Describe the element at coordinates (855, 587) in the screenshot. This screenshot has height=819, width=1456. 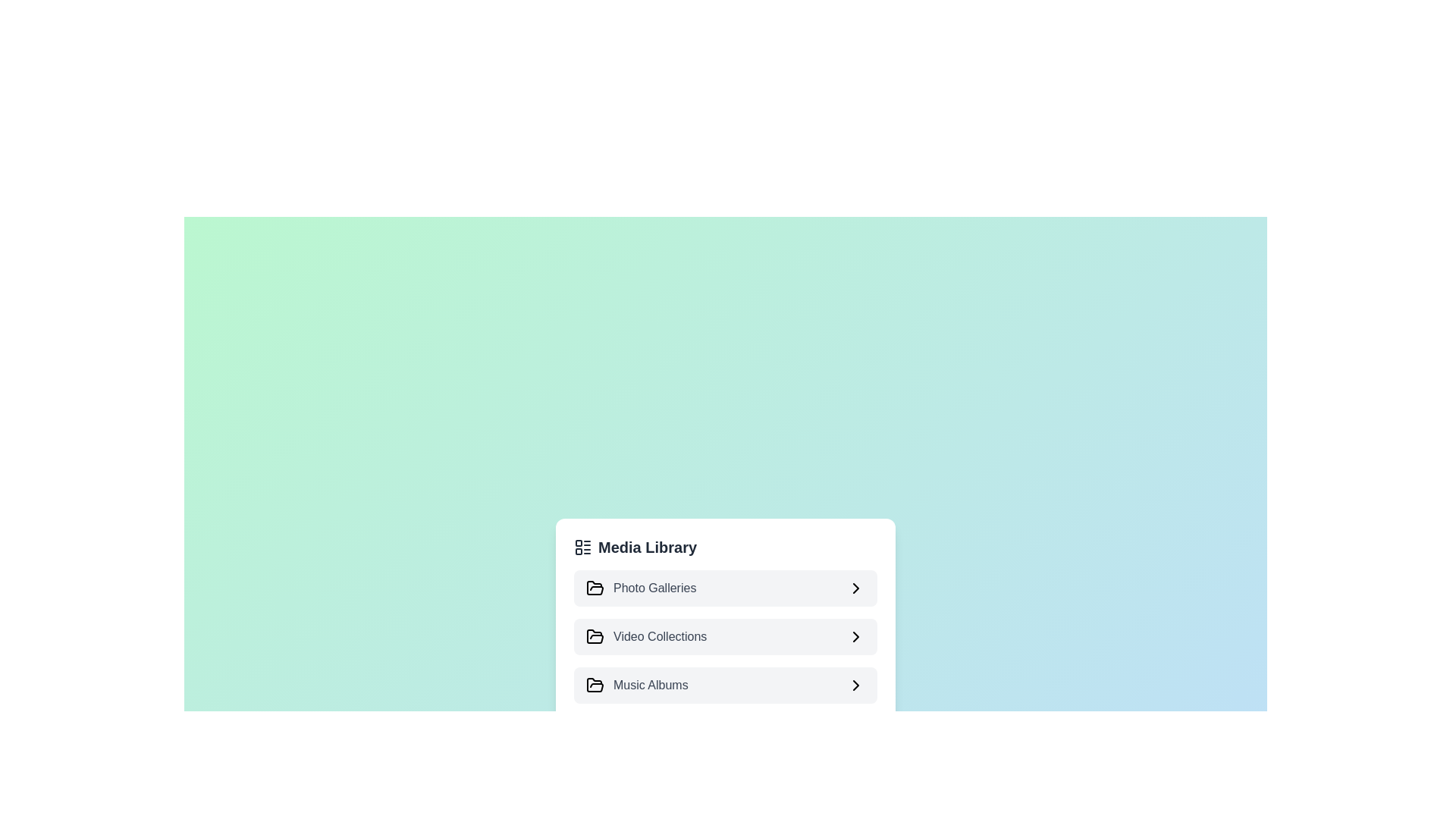
I see `icon next to the category title Photo Galleries` at that location.